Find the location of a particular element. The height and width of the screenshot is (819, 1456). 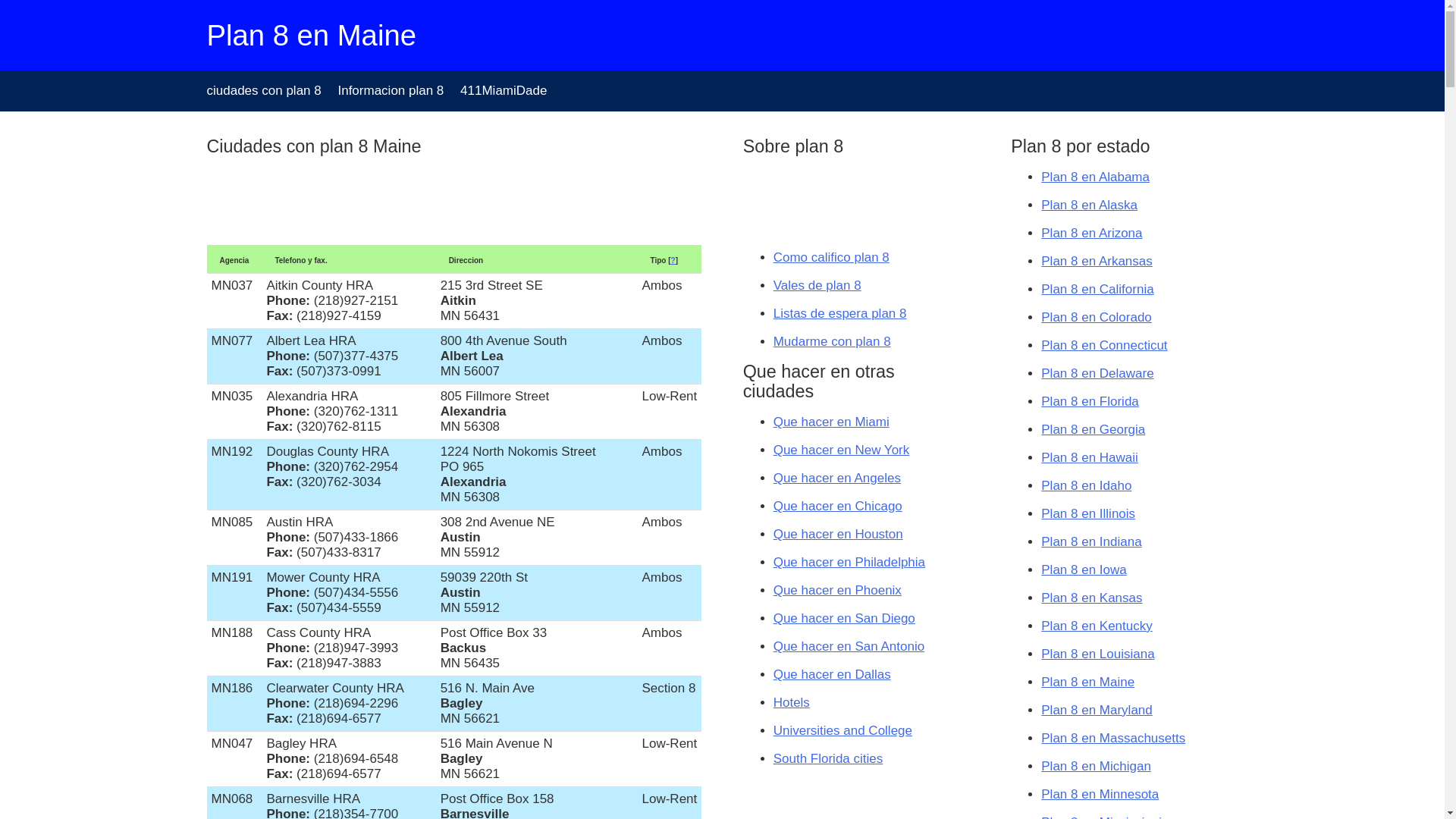

'Plan 8 en Florida' is located at coordinates (1089, 400).